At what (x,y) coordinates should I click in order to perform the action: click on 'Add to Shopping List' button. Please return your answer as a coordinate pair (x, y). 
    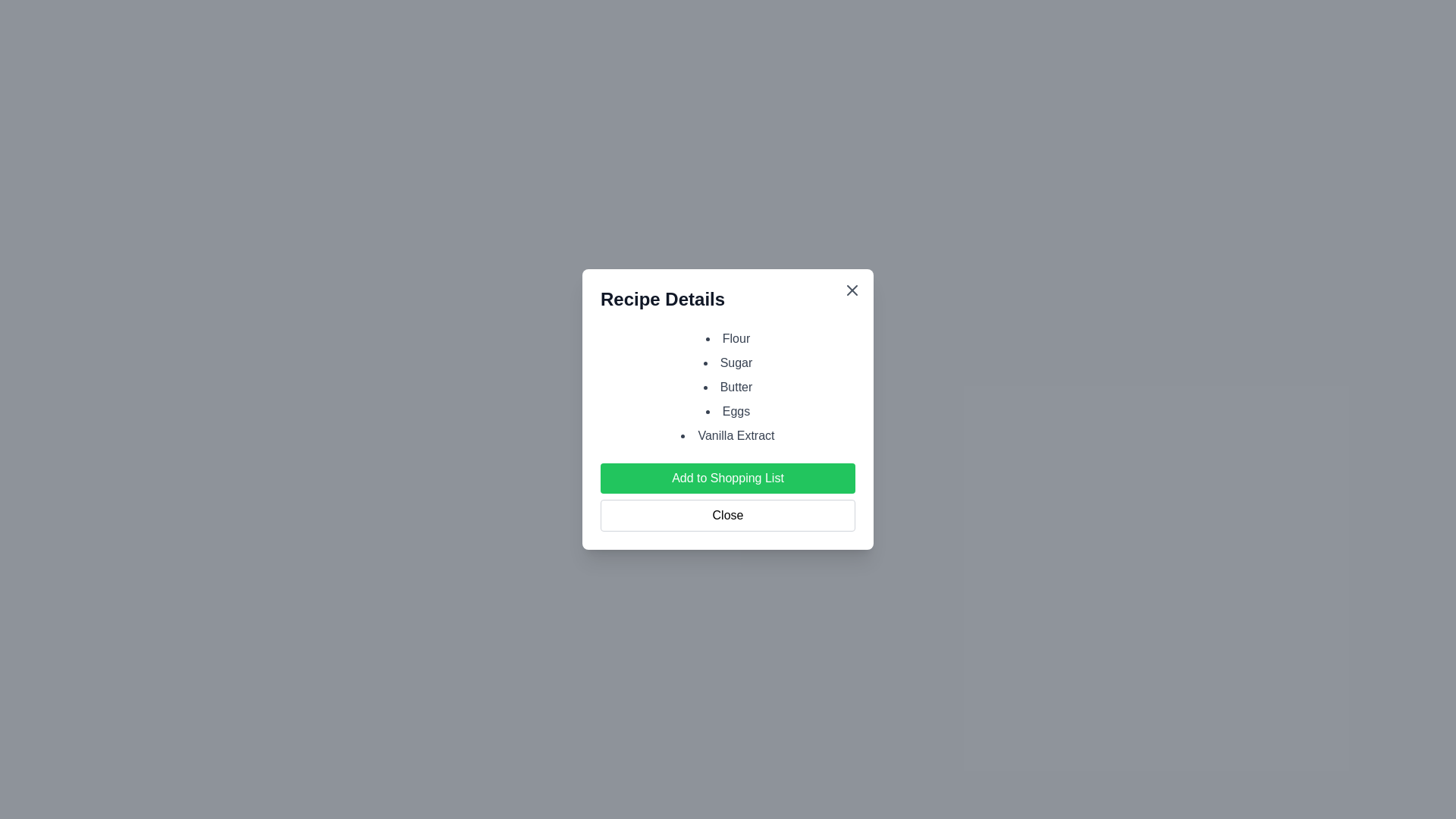
    Looking at the image, I should click on (728, 479).